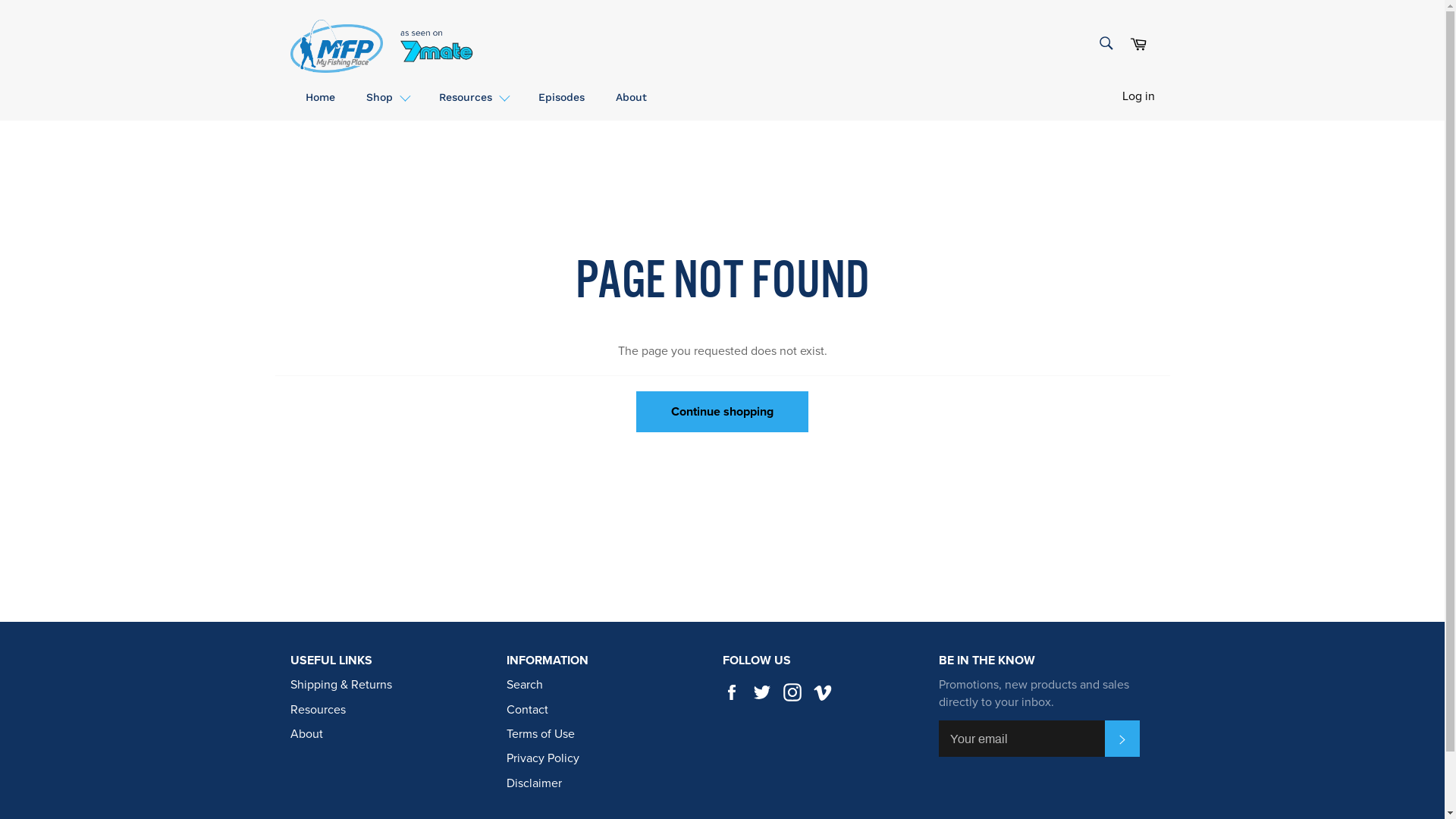 This screenshot has width=1456, height=819. What do you see at coordinates (541, 733) in the screenshot?
I see `'Terms of Use'` at bounding box center [541, 733].